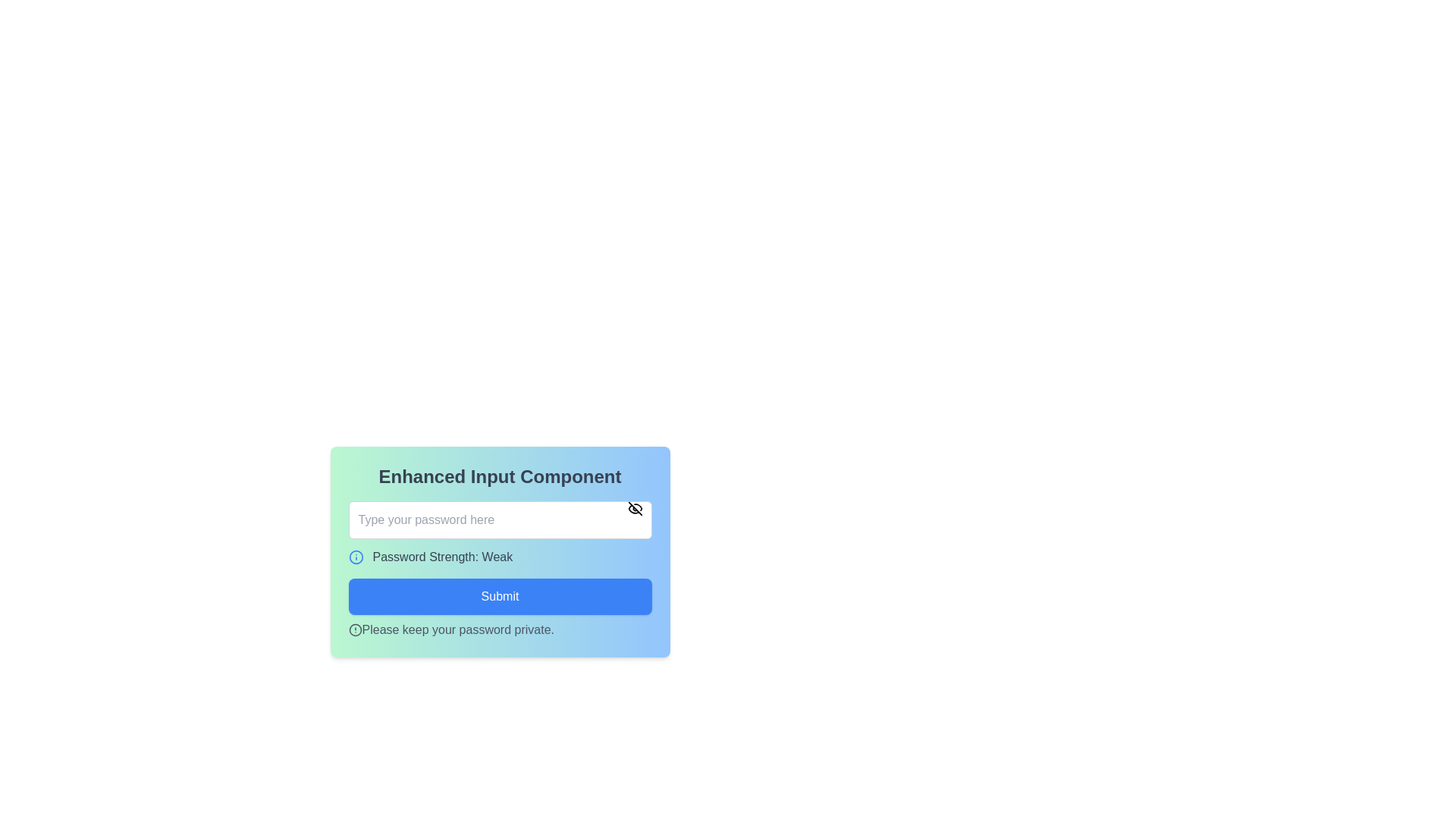 The width and height of the screenshot is (1456, 819). Describe the element at coordinates (355, 557) in the screenshot. I see `the light blue circular icon that is part of the information icon, located to the left of the 'Password Strength: Weak' text` at that location.